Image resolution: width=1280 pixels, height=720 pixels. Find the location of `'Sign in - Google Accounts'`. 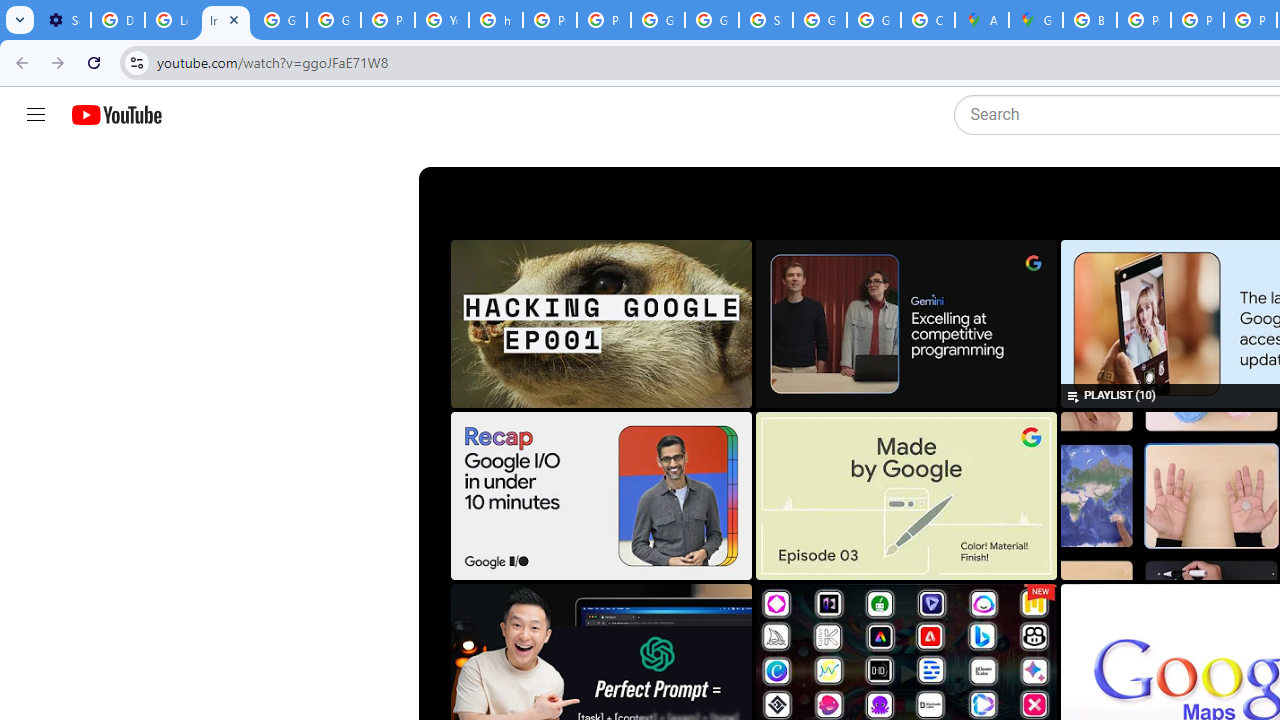

'Sign in - Google Accounts' is located at coordinates (765, 20).